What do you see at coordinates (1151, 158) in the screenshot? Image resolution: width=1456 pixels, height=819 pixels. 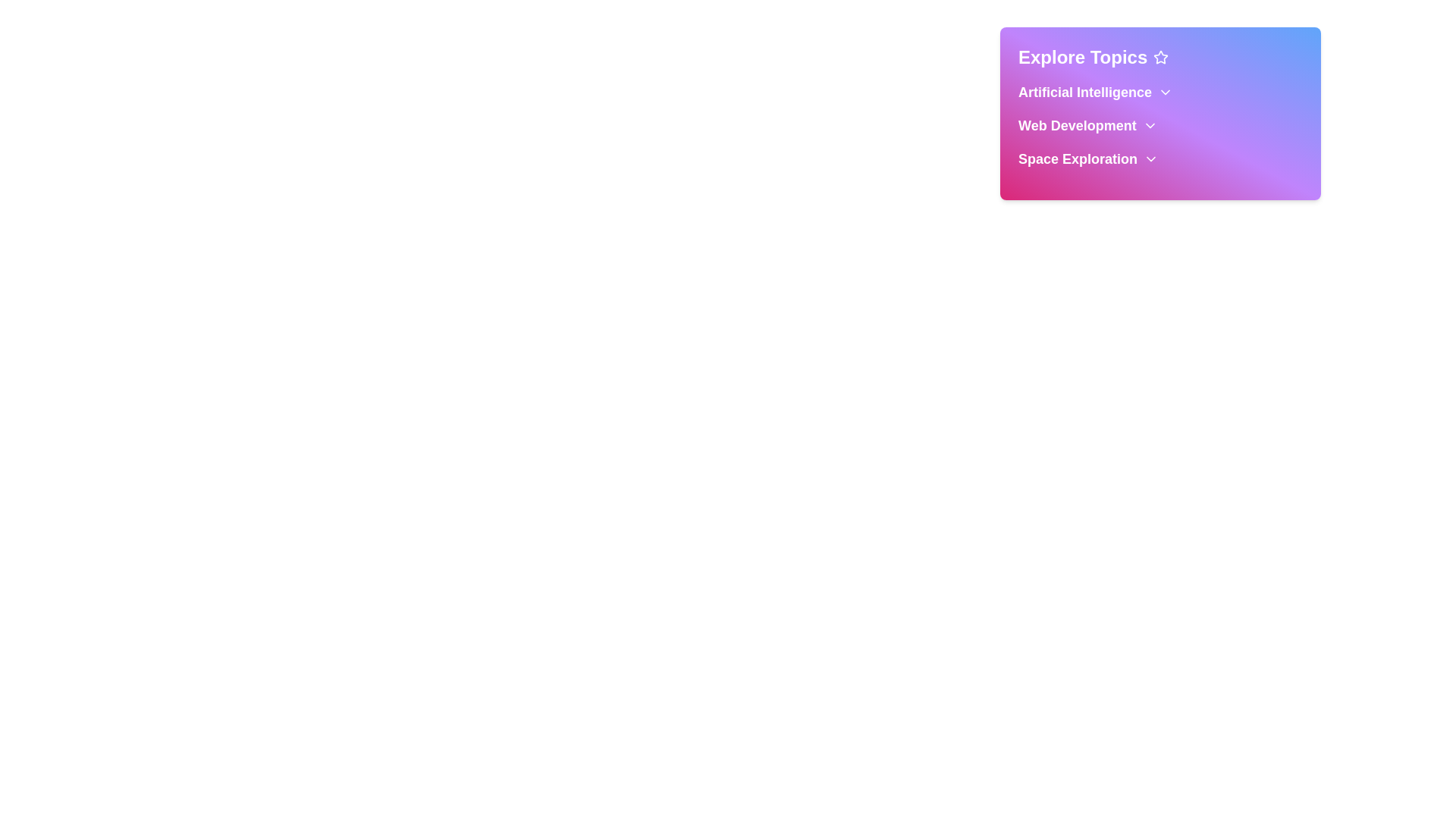 I see `the downward-pointing chevron icon next to the 'Space Exploration' text` at bounding box center [1151, 158].